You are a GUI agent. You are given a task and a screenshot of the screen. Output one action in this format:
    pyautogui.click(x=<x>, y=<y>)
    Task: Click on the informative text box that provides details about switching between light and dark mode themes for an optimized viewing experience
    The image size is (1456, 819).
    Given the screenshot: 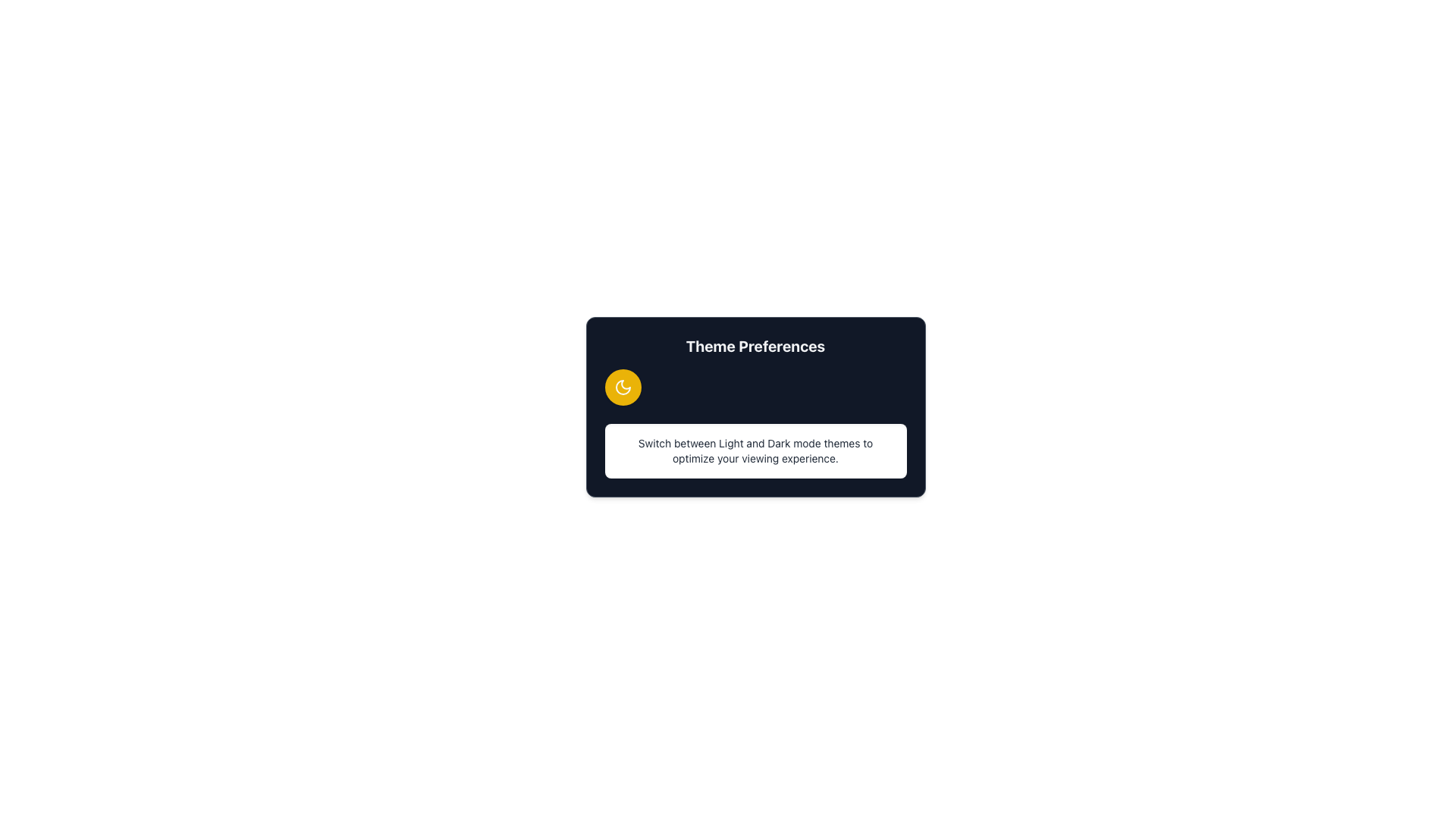 What is the action you would take?
    pyautogui.click(x=755, y=450)
    